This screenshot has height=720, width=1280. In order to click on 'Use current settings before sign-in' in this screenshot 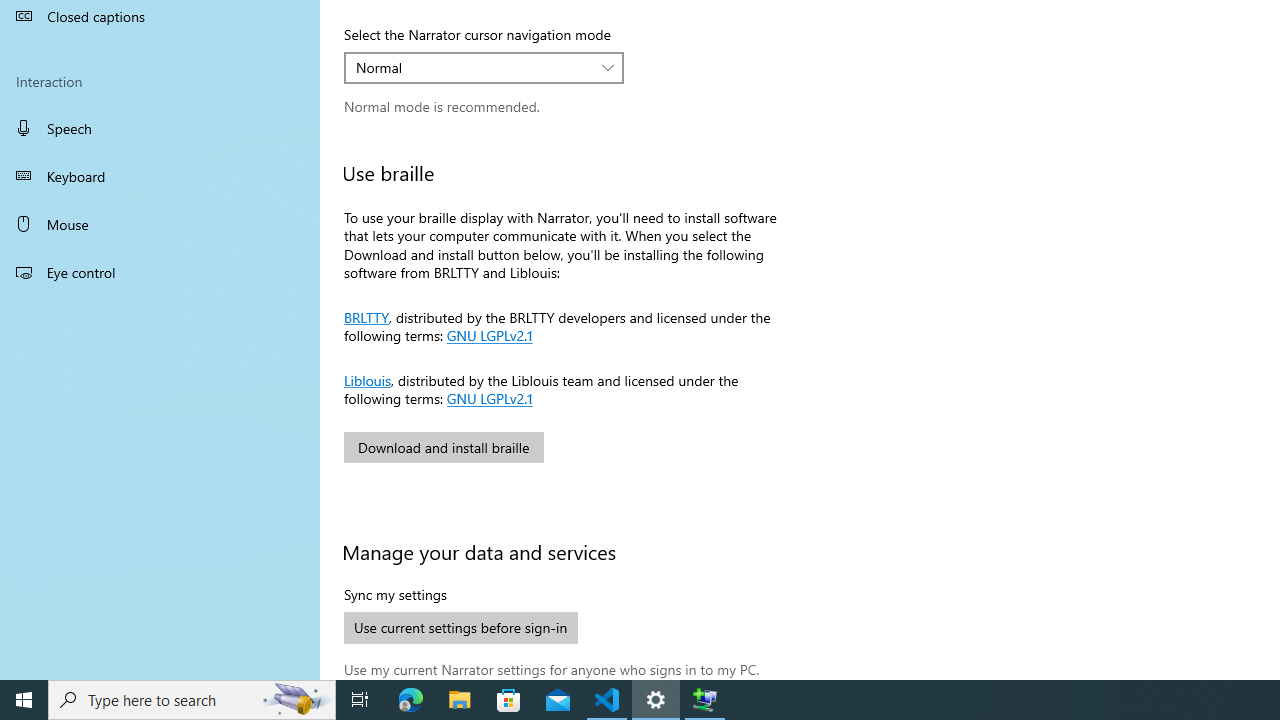, I will do `click(460, 626)`.